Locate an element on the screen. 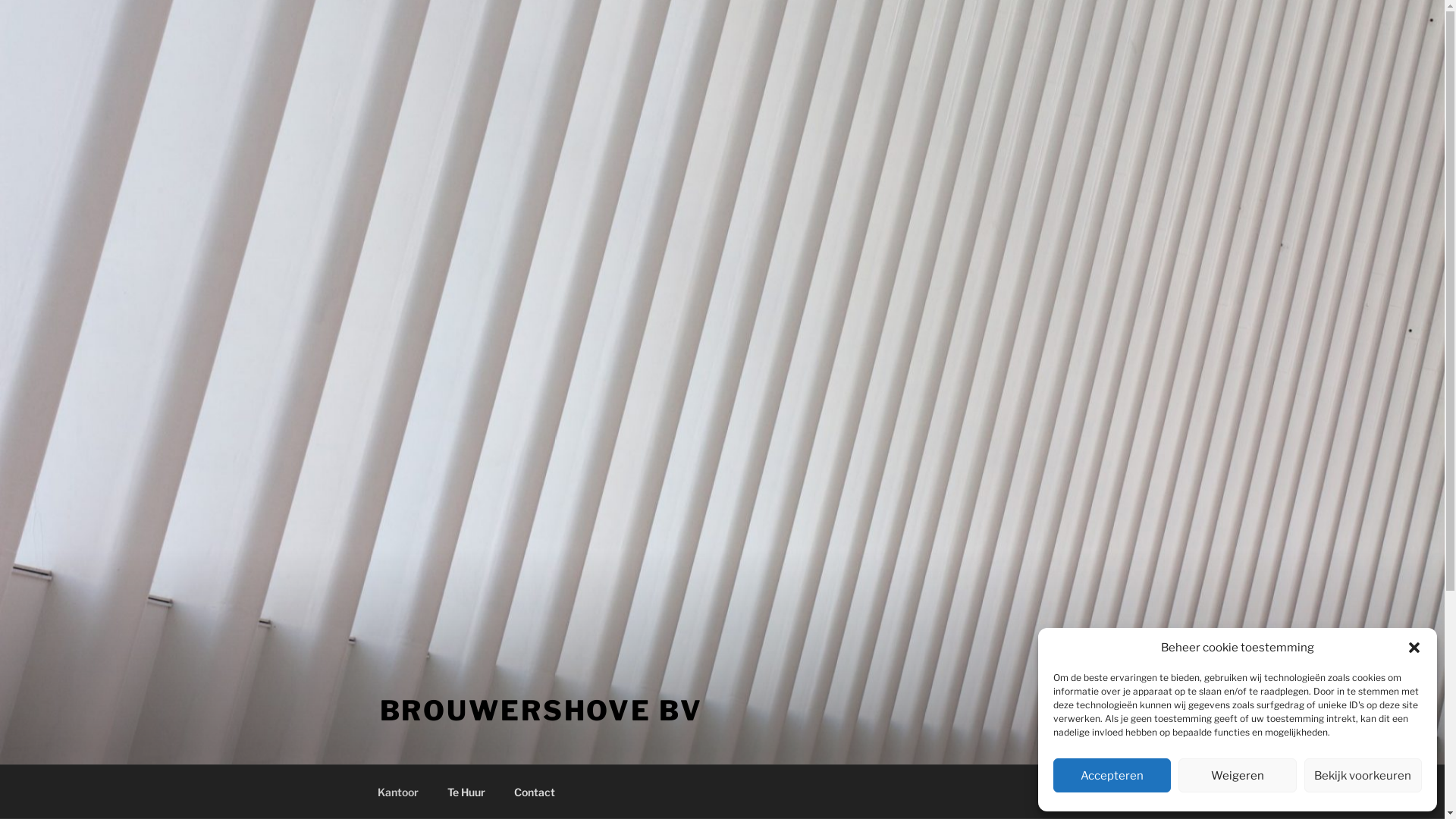 The height and width of the screenshot is (819, 1456). 'Kantoor' is located at coordinates (397, 791).